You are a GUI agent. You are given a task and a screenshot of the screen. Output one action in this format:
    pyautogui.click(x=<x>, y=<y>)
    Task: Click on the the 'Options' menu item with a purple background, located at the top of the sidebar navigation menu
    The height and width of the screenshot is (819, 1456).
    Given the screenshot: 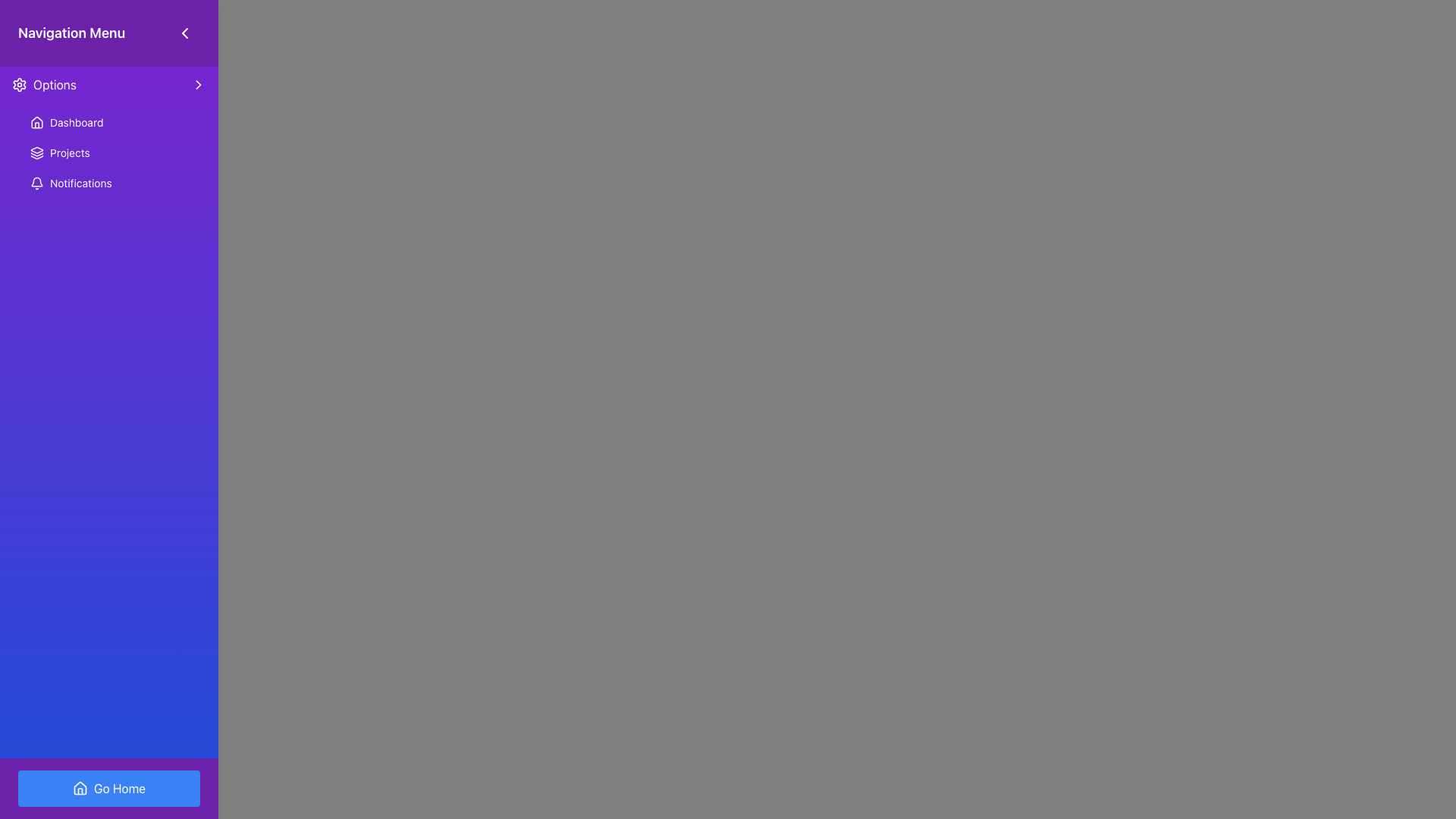 What is the action you would take?
    pyautogui.click(x=108, y=84)
    